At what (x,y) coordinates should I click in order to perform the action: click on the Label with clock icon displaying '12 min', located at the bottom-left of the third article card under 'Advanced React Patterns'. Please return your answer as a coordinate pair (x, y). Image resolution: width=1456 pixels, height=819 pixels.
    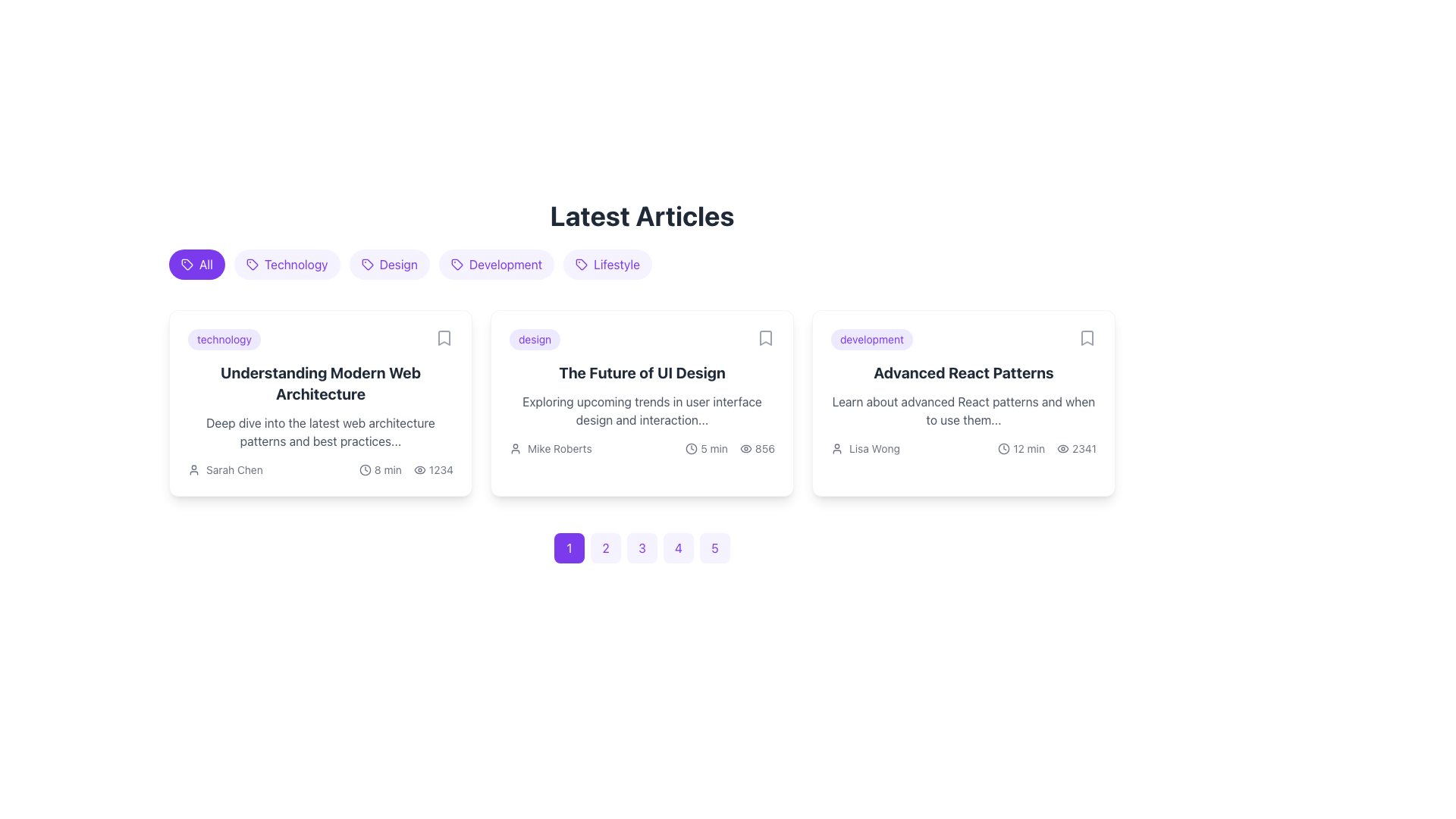
    Looking at the image, I should click on (1021, 447).